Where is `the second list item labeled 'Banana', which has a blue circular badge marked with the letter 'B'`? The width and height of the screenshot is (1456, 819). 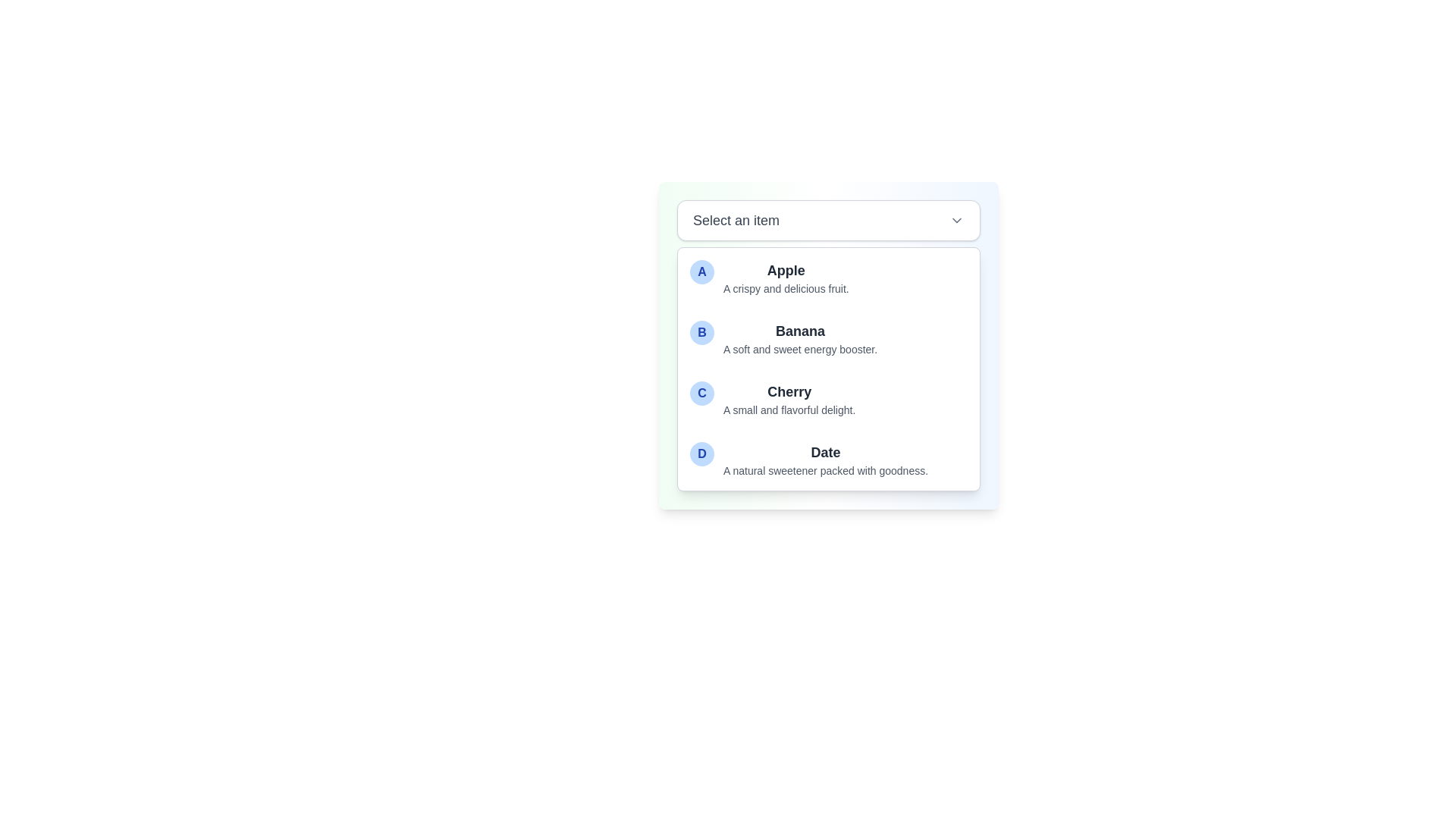
the second list item labeled 'Banana', which has a blue circular badge marked with the letter 'B' is located at coordinates (828, 353).